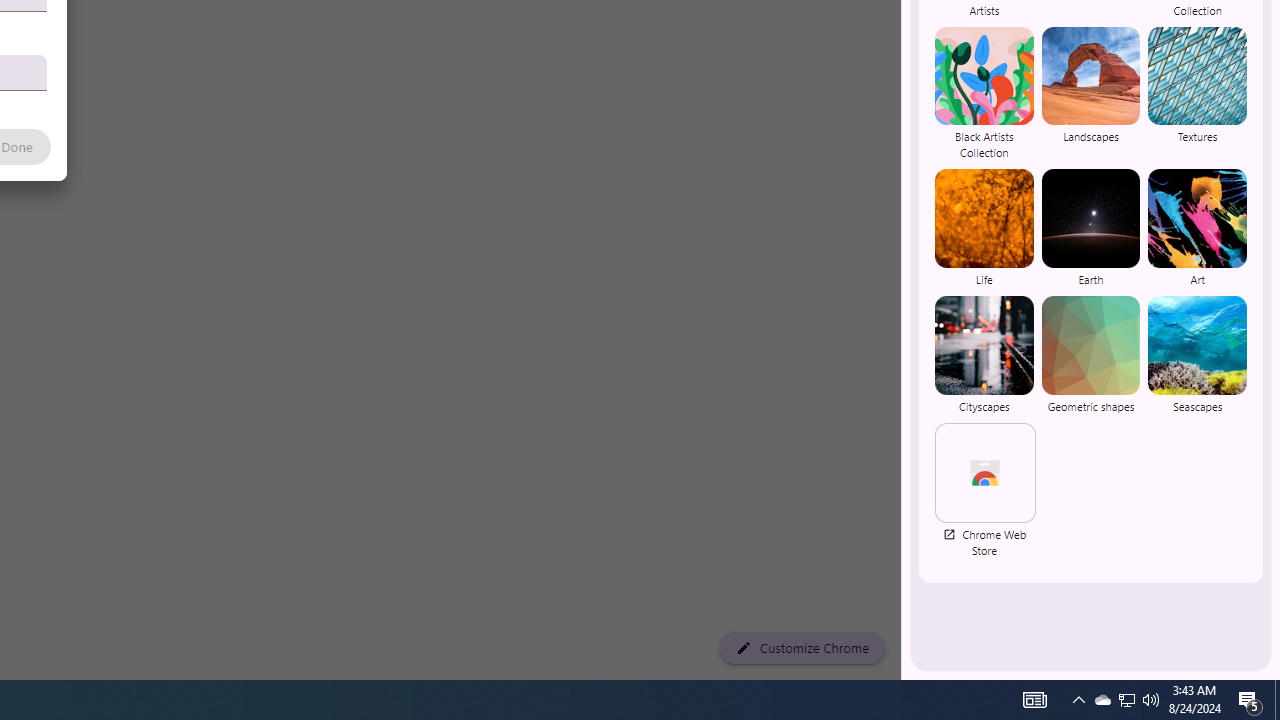 The width and height of the screenshot is (1280, 720). Describe the element at coordinates (1089, 227) in the screenshot. I see `'Earth'` at that location.